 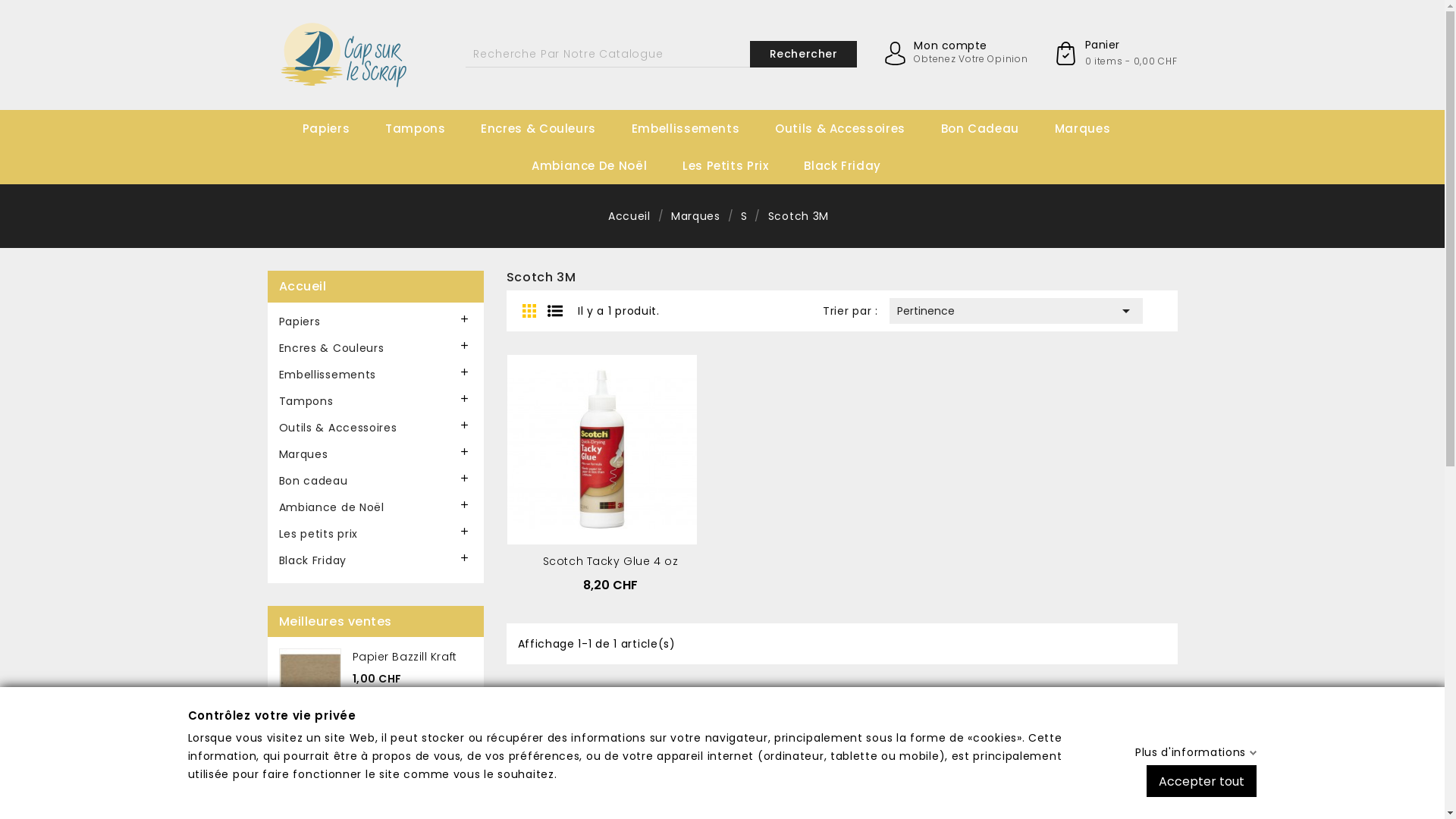 What do you see at coordinates (701, 127) in the screenshot?
I see `'Embellissements'` at bounding box center [701, 127].